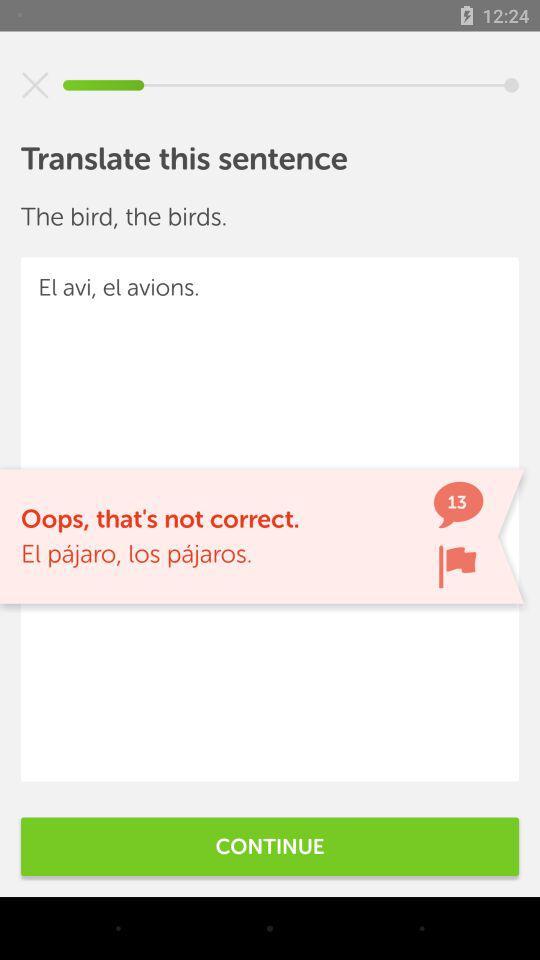 The image size is (540, 960). Describe the element at coordinates (457, 566) in the screenshot. I see `report flag` at that location.